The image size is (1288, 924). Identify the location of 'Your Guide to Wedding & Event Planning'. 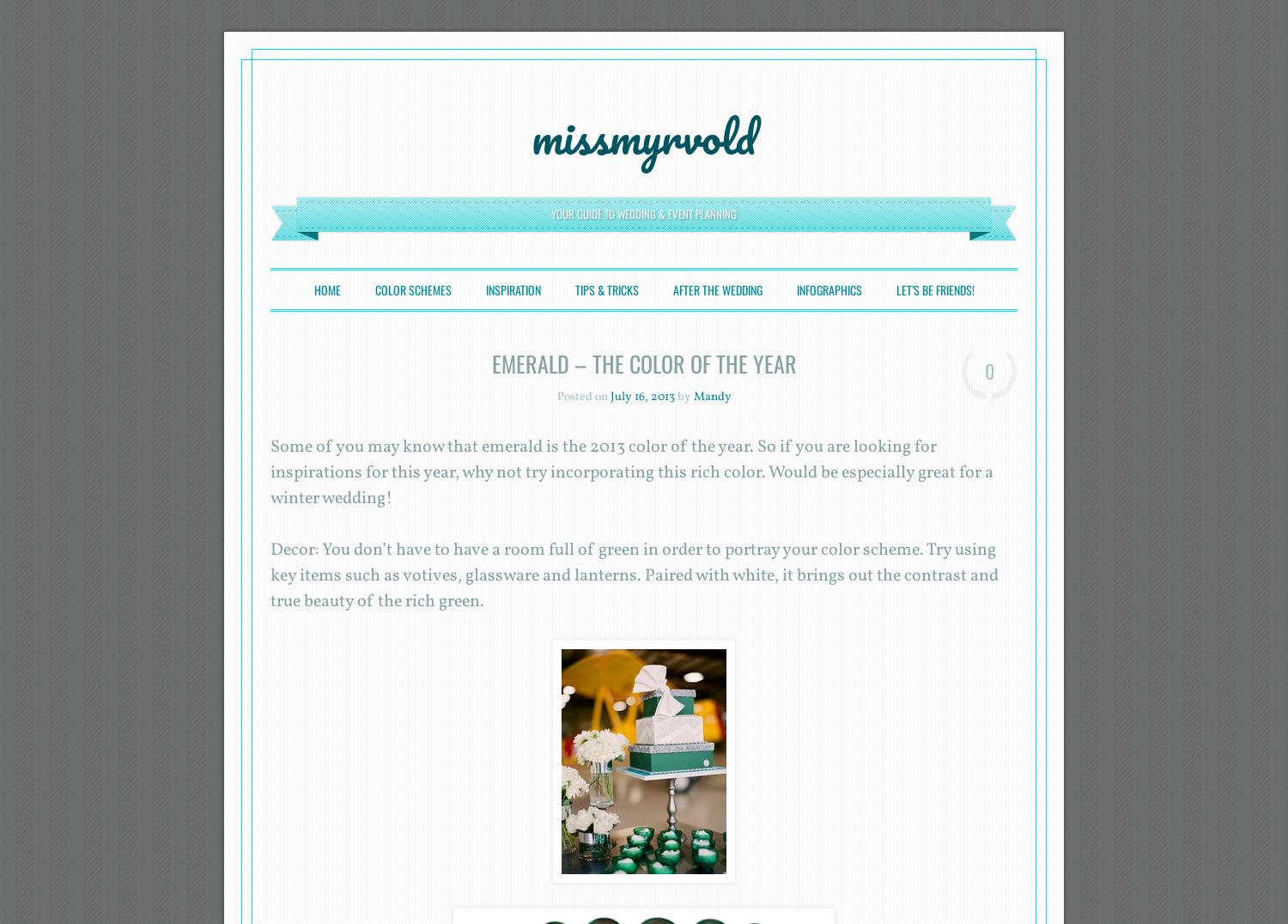
(644, 213).